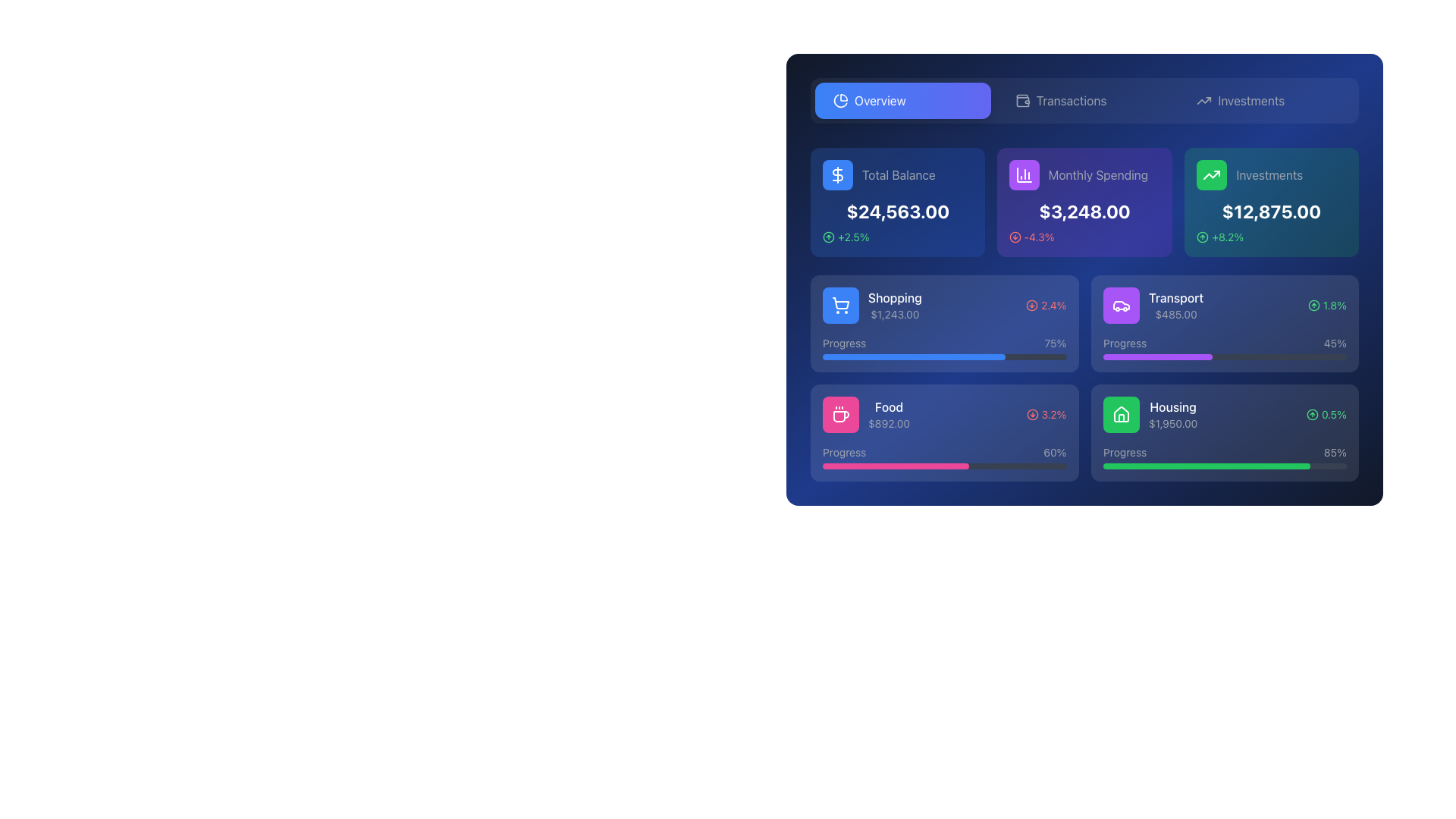  Describe the element at coordinates (1333, 415) in the screenshot. I see `the static text component displaying '0.5%' in green color located in the bottom-right card labeled 'Housing', positioned near the upper-right corner adjacent to a circular icon with an upward arrow` at that location.